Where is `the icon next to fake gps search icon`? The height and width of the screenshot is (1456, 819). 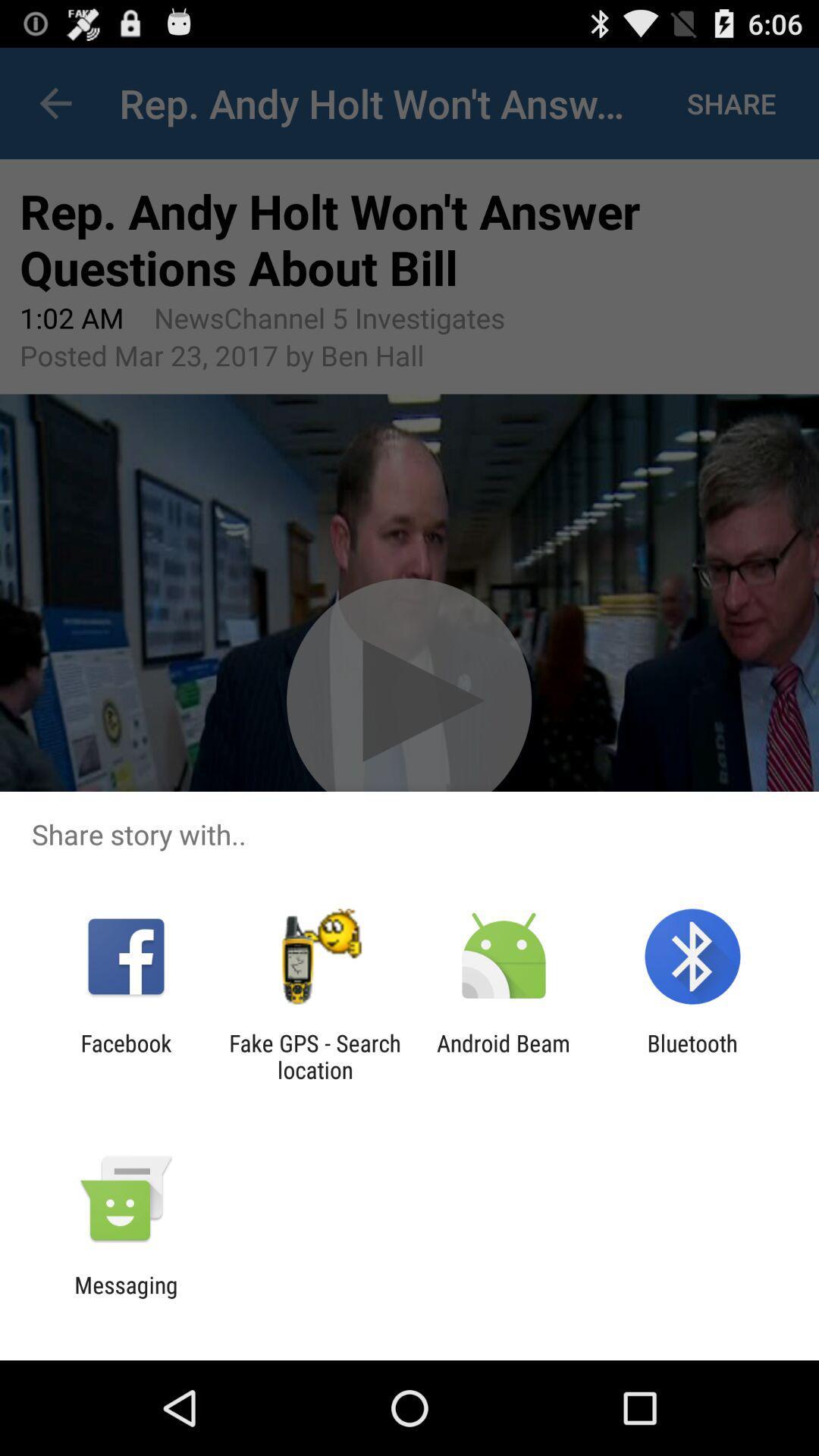 the icon next to fake gps search icon is located at coordinates (125, 1056).